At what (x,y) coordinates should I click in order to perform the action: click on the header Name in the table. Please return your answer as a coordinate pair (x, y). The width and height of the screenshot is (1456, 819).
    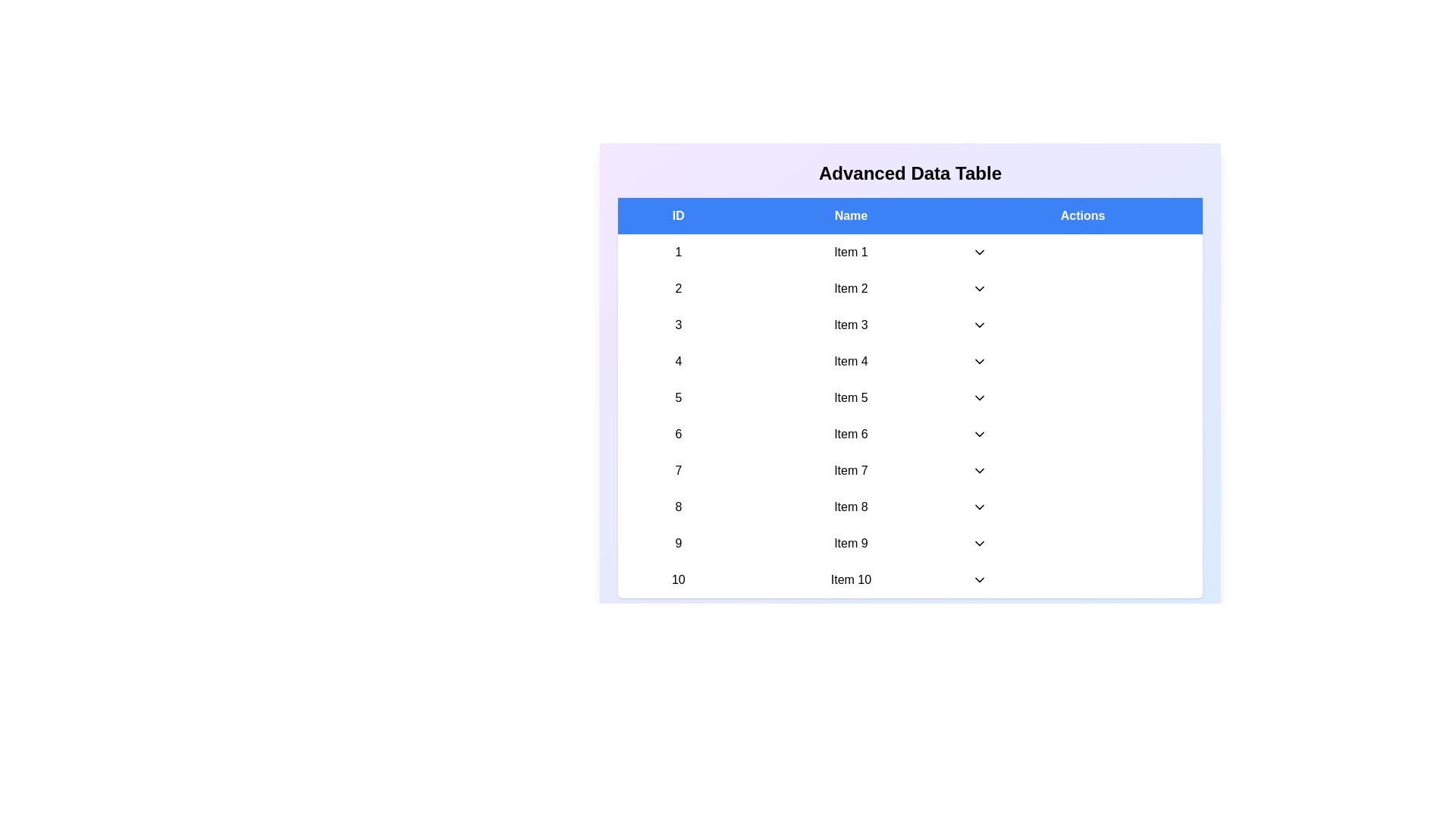
    Looking at the image, I should click on (851, 216).